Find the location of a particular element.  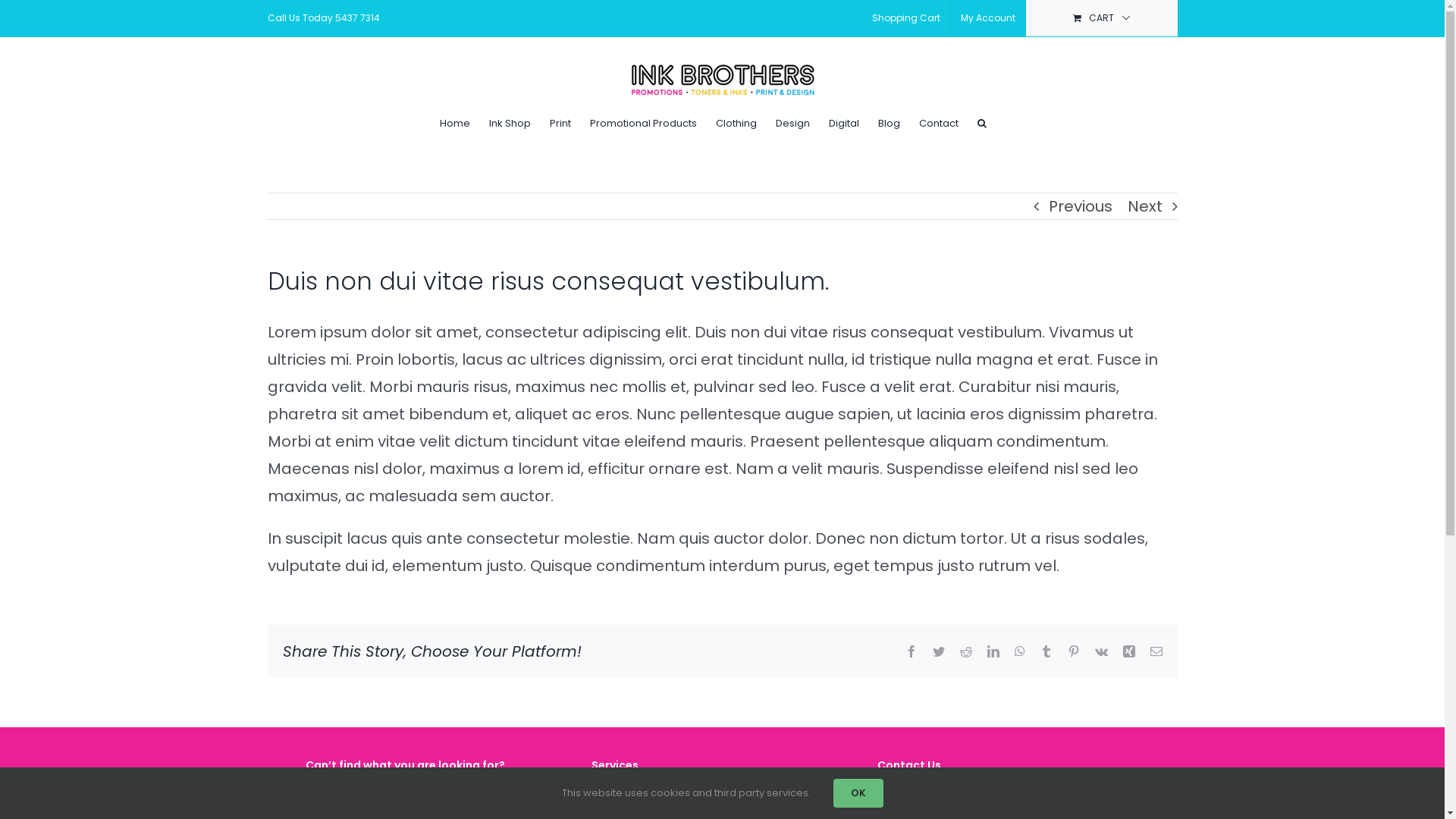

'Clothing' is located at coordinates (736, 122).